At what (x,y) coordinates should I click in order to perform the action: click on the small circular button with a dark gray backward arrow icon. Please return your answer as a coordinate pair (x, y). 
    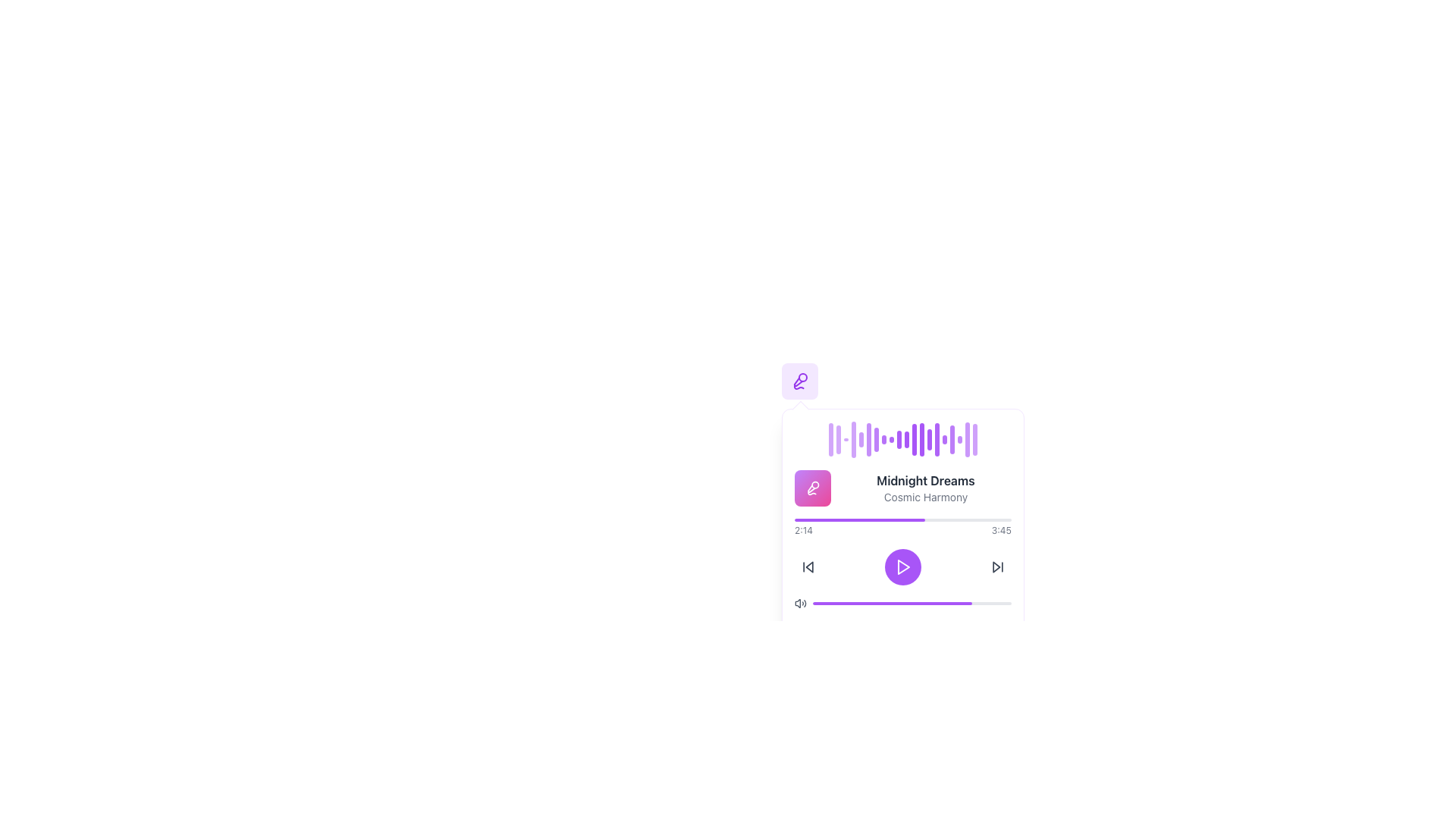
    Looking at the image, I should click on (807, 567).